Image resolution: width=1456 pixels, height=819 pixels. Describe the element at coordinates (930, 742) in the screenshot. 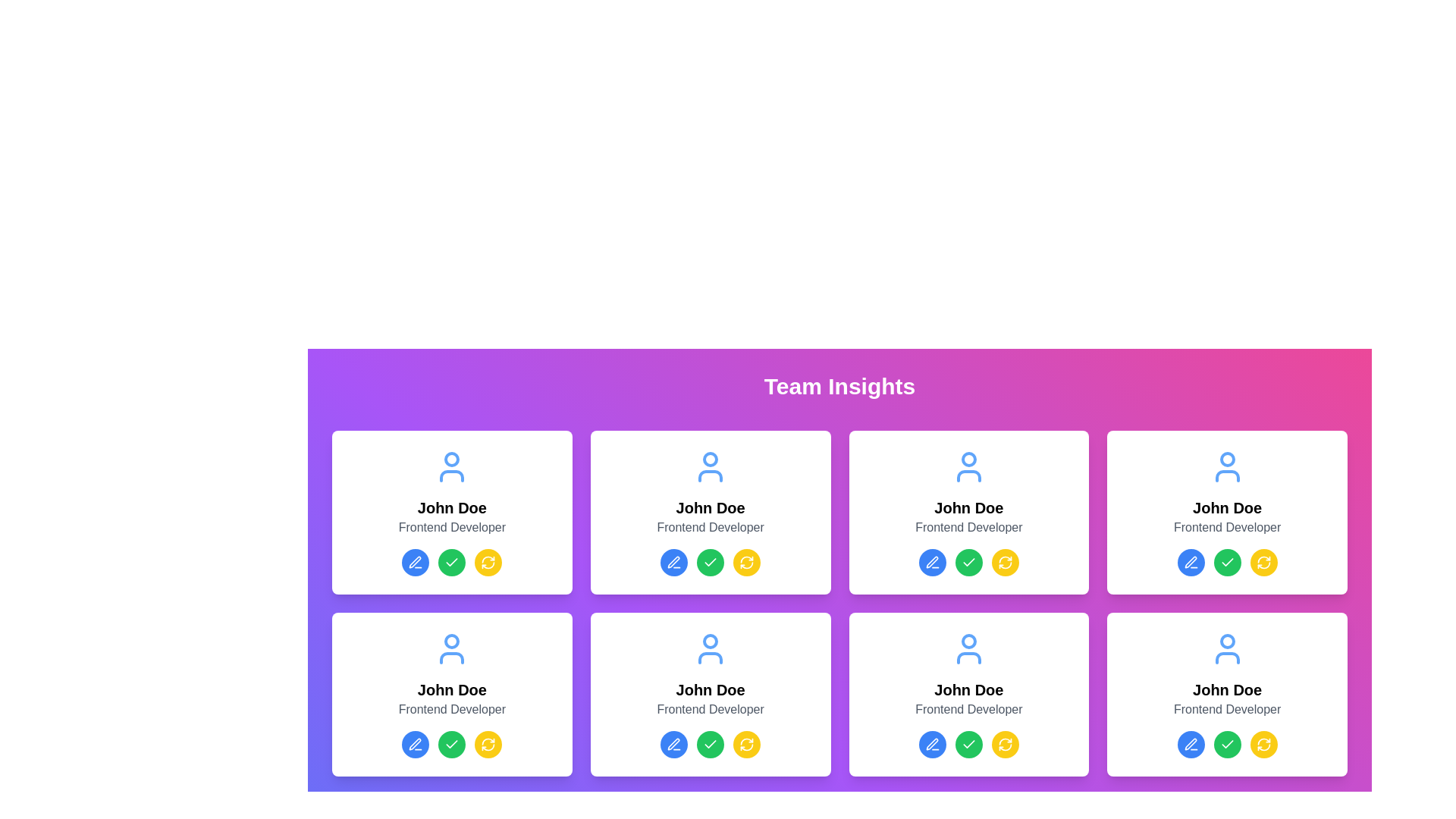

I see `the leftmost icon button located in the bottom-right corner of the last card` at that location.